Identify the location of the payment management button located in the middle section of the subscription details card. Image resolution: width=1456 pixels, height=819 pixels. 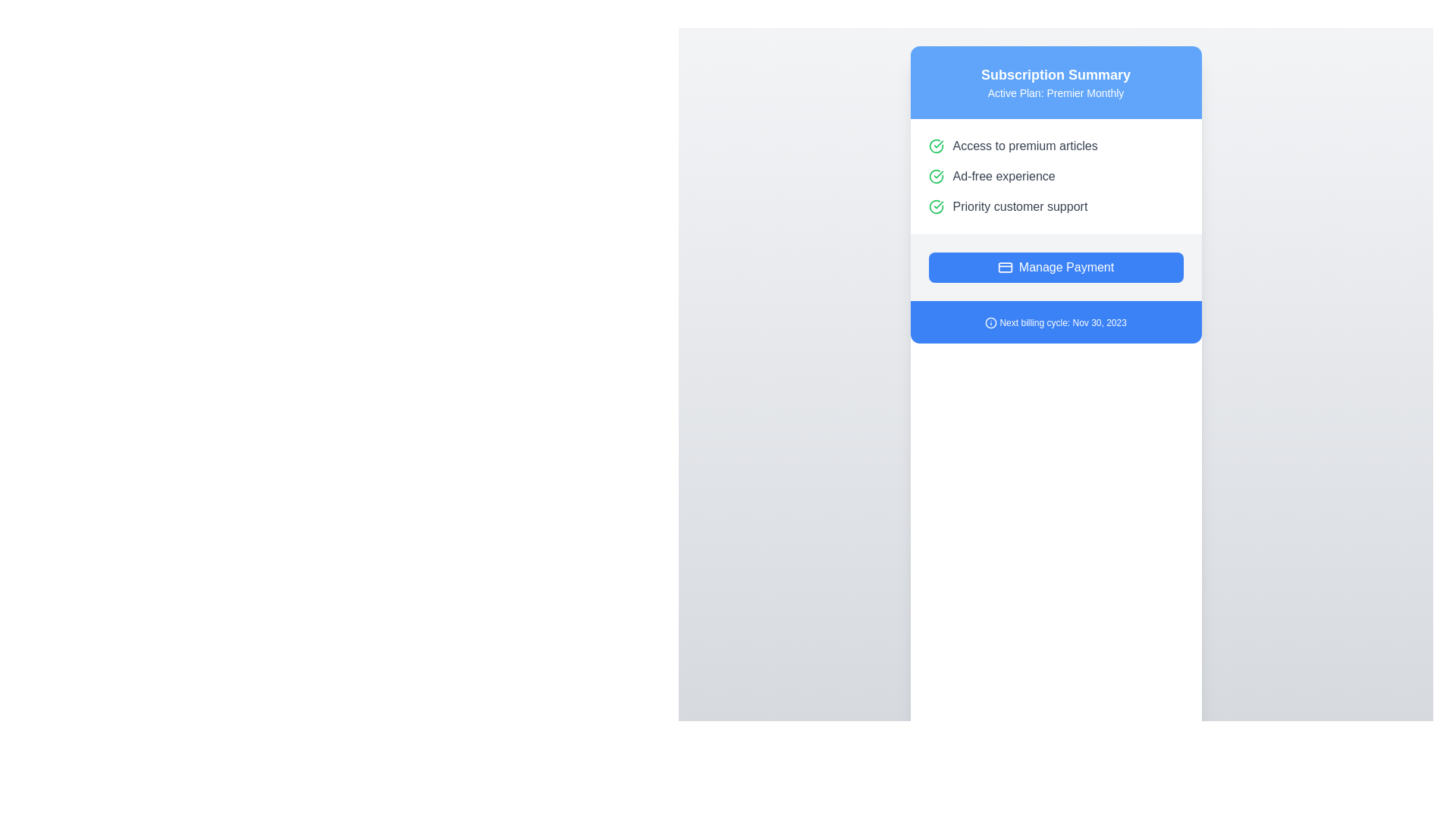
(1055, 267).